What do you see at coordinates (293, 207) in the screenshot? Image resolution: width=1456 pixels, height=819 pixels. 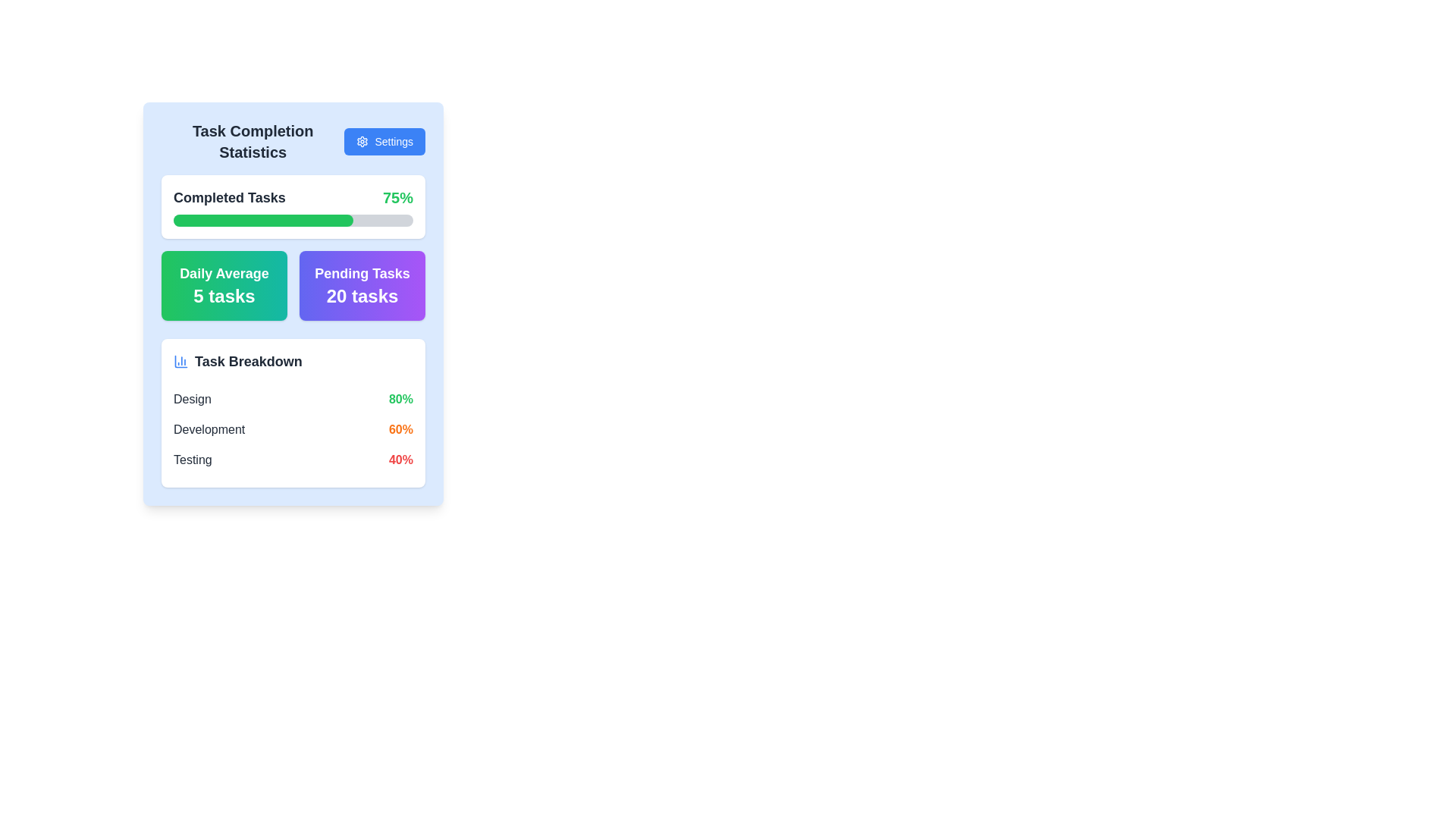 I see `the informational panel component with the title 'Completed Tasks' and the progress bar indicating 75% completion` at bounding box center [293, 207].